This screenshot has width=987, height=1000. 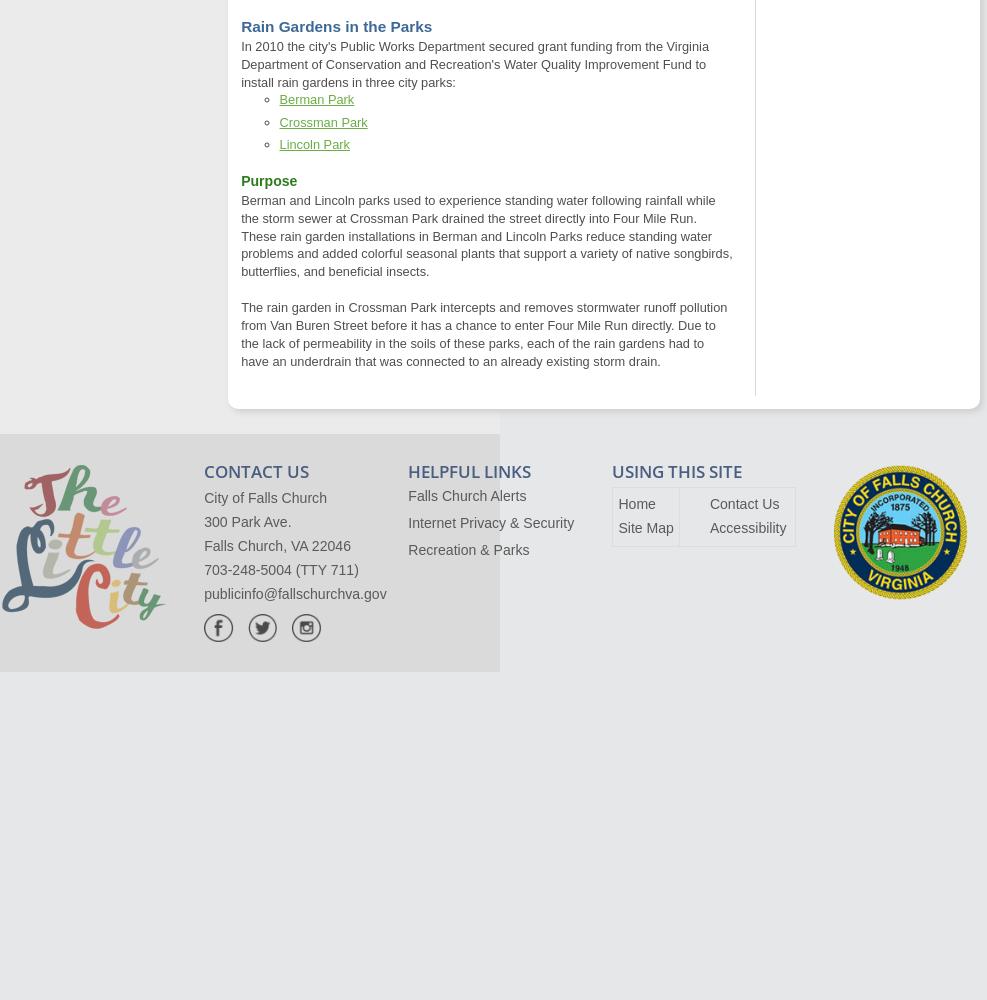 I want to click on 'Accessibility', so click(x=707, y=528).